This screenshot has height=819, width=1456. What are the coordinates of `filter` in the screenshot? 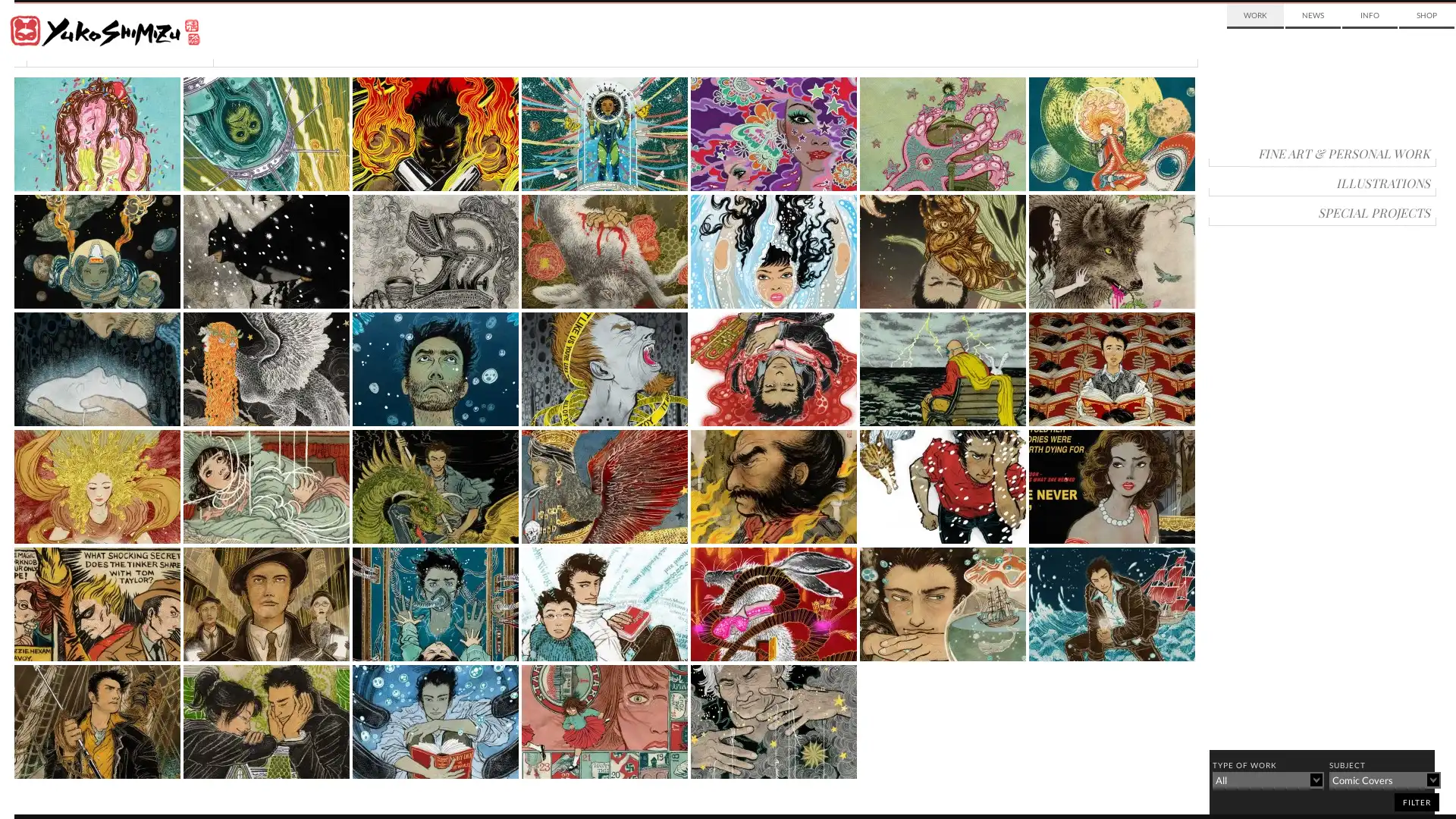 It's located at (1416, 800).